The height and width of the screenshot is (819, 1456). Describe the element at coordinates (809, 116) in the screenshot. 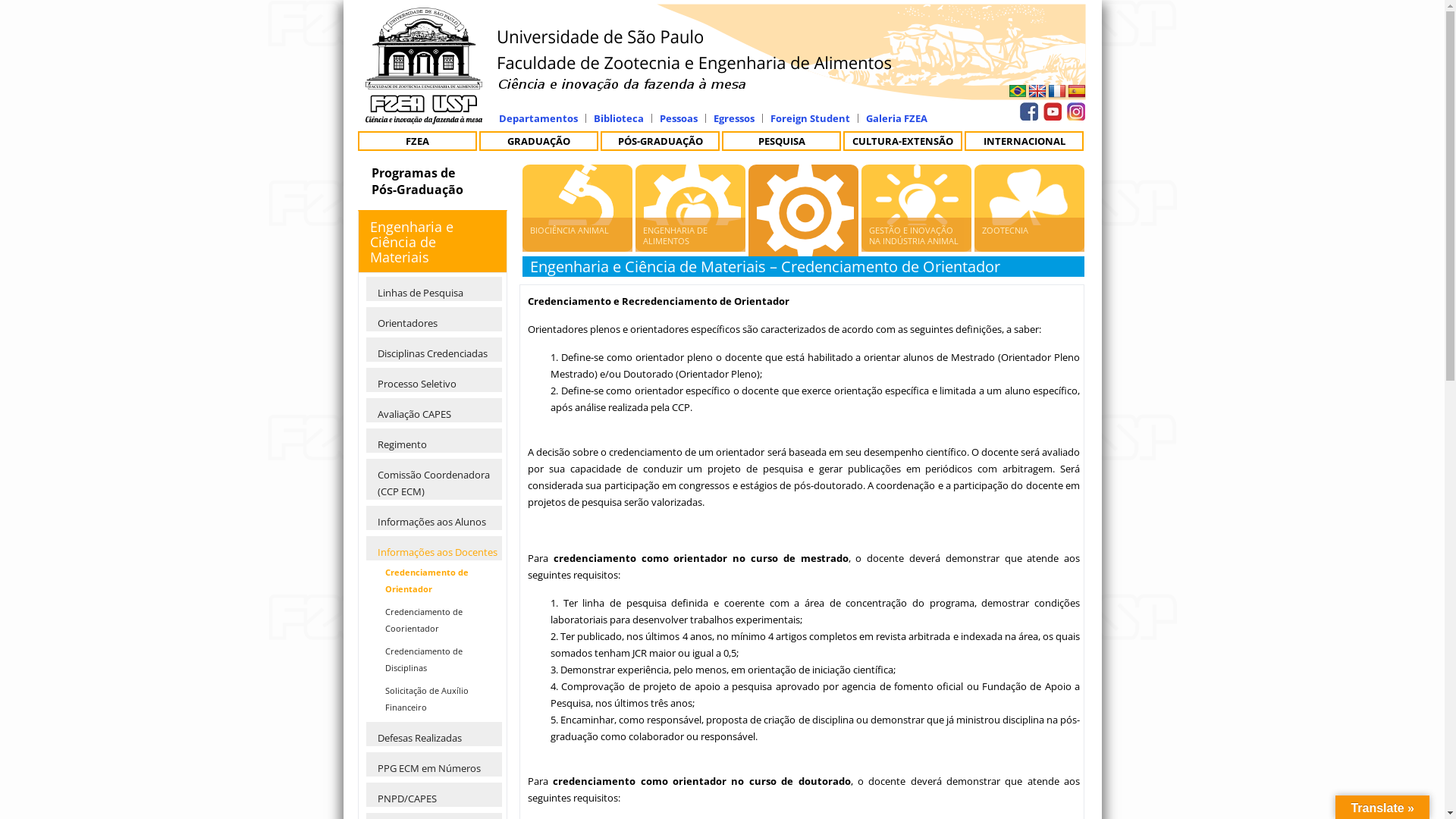

I see `'Foreign Student'` at that location.